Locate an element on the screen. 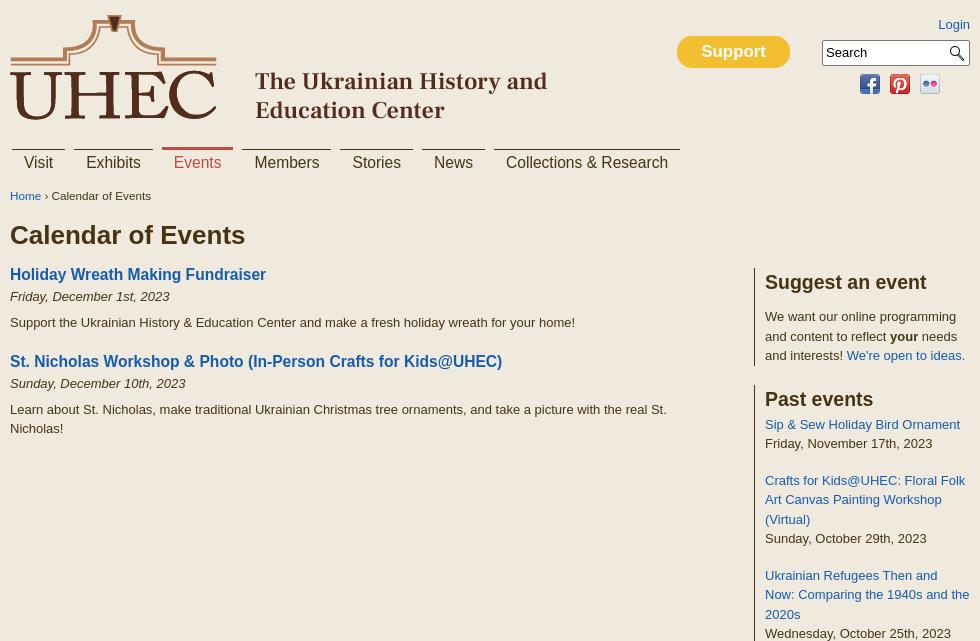 This screenshot has height=641, width=980. 'Support' is located at coordinates (733, 51).